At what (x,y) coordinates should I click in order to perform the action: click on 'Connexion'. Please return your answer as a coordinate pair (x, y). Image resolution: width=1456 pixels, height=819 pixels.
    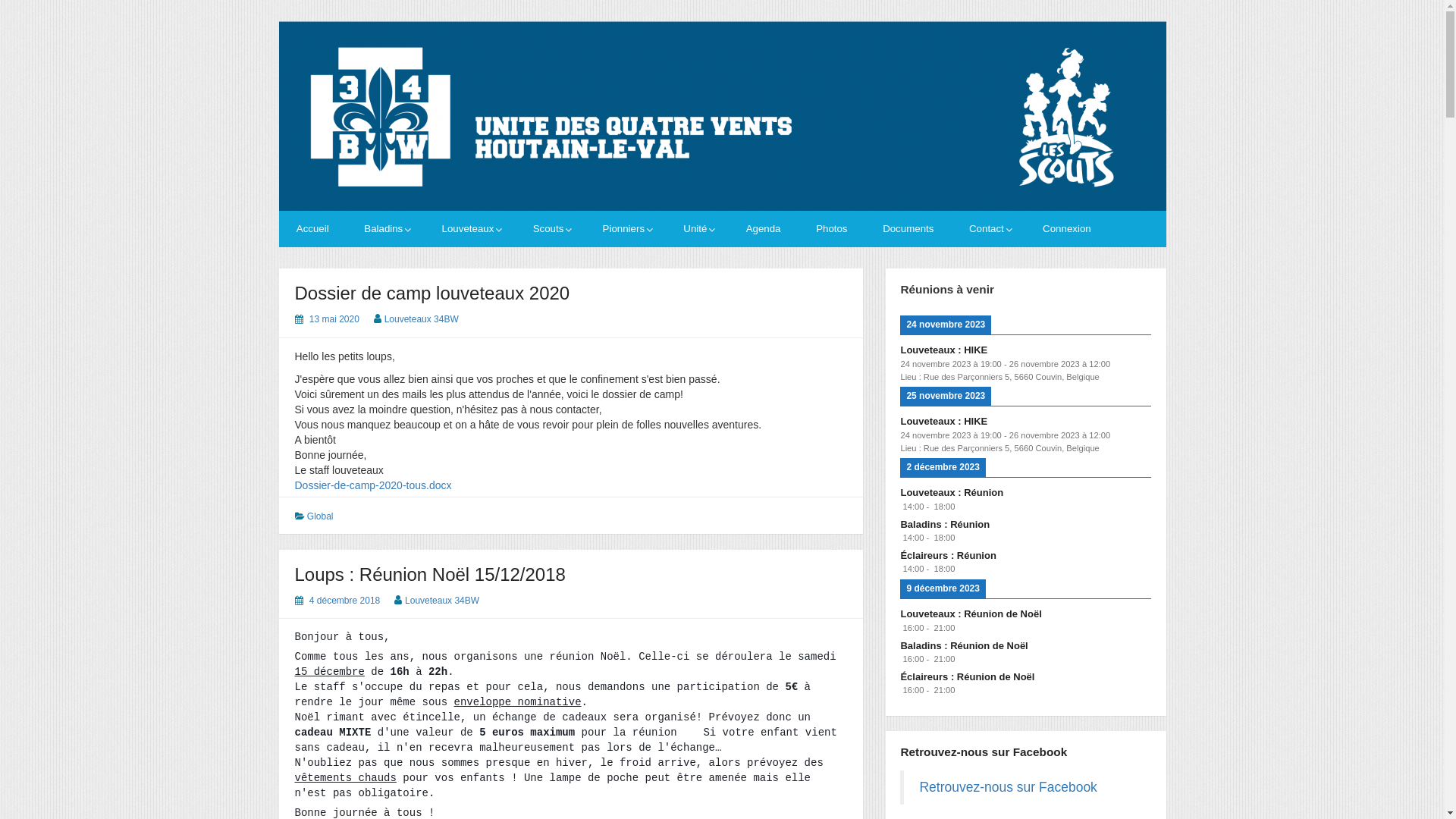
    Looking at the image, I should click on (1065, 228).